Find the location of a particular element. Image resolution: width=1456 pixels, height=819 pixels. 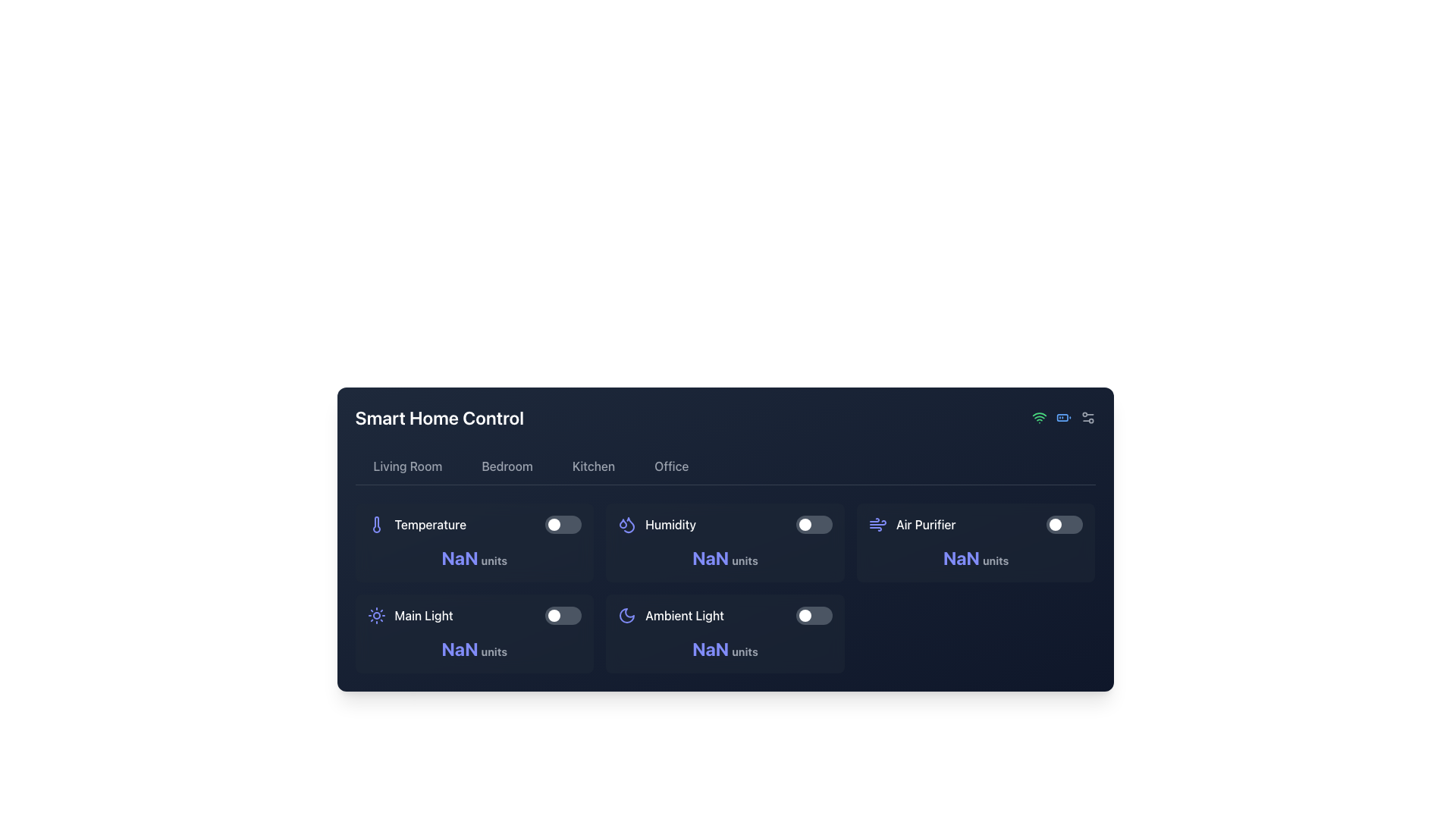

the Text Label that serves as a unit descriptor for the numerical value displayed next to it, located in the 'Air Purifier' card on the Smart Home Control panel is located at coordinates (996, 560).